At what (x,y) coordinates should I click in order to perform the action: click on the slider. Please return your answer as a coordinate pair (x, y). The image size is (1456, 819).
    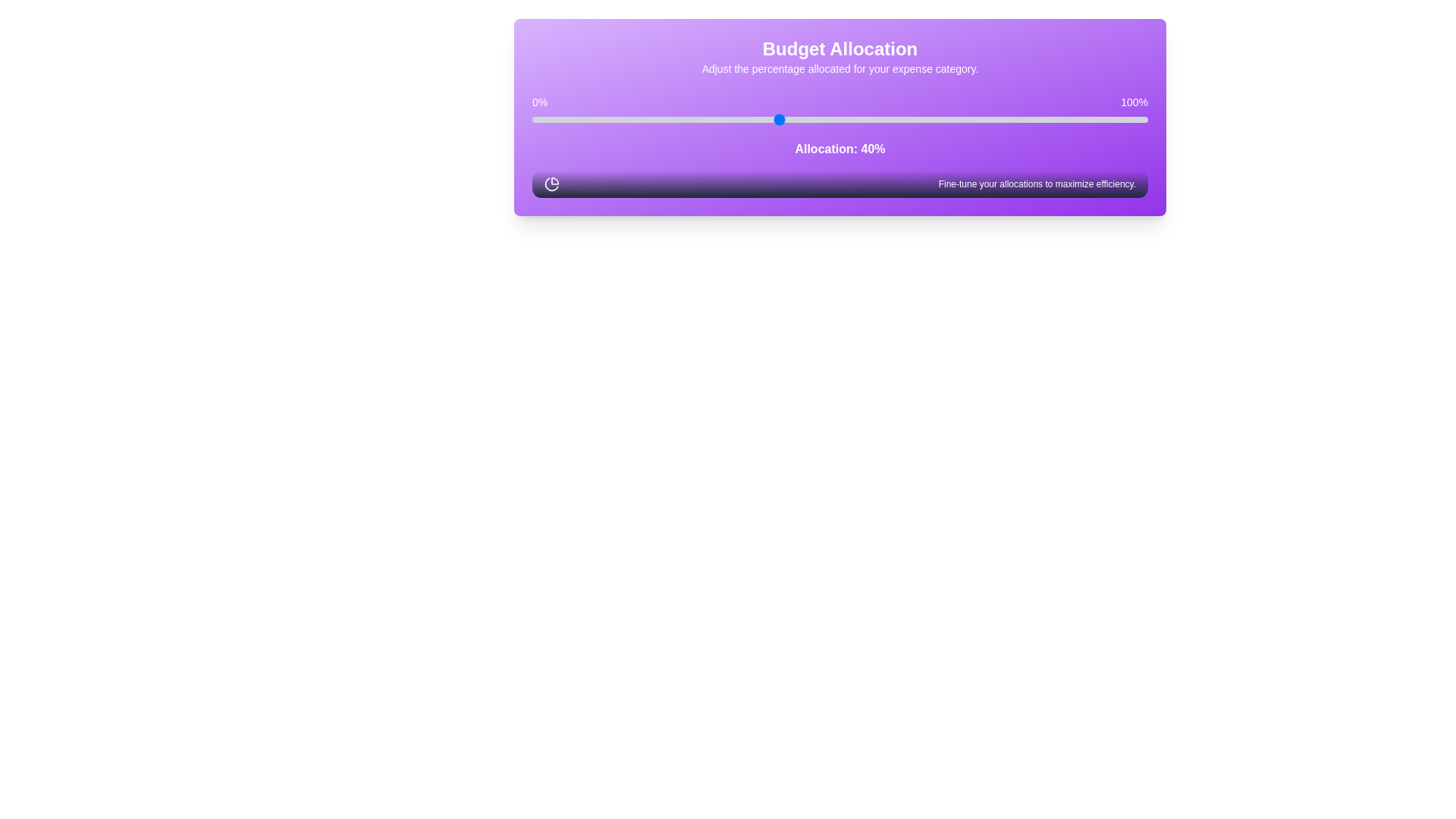
    Looking at the image, I should click on (760, 119).